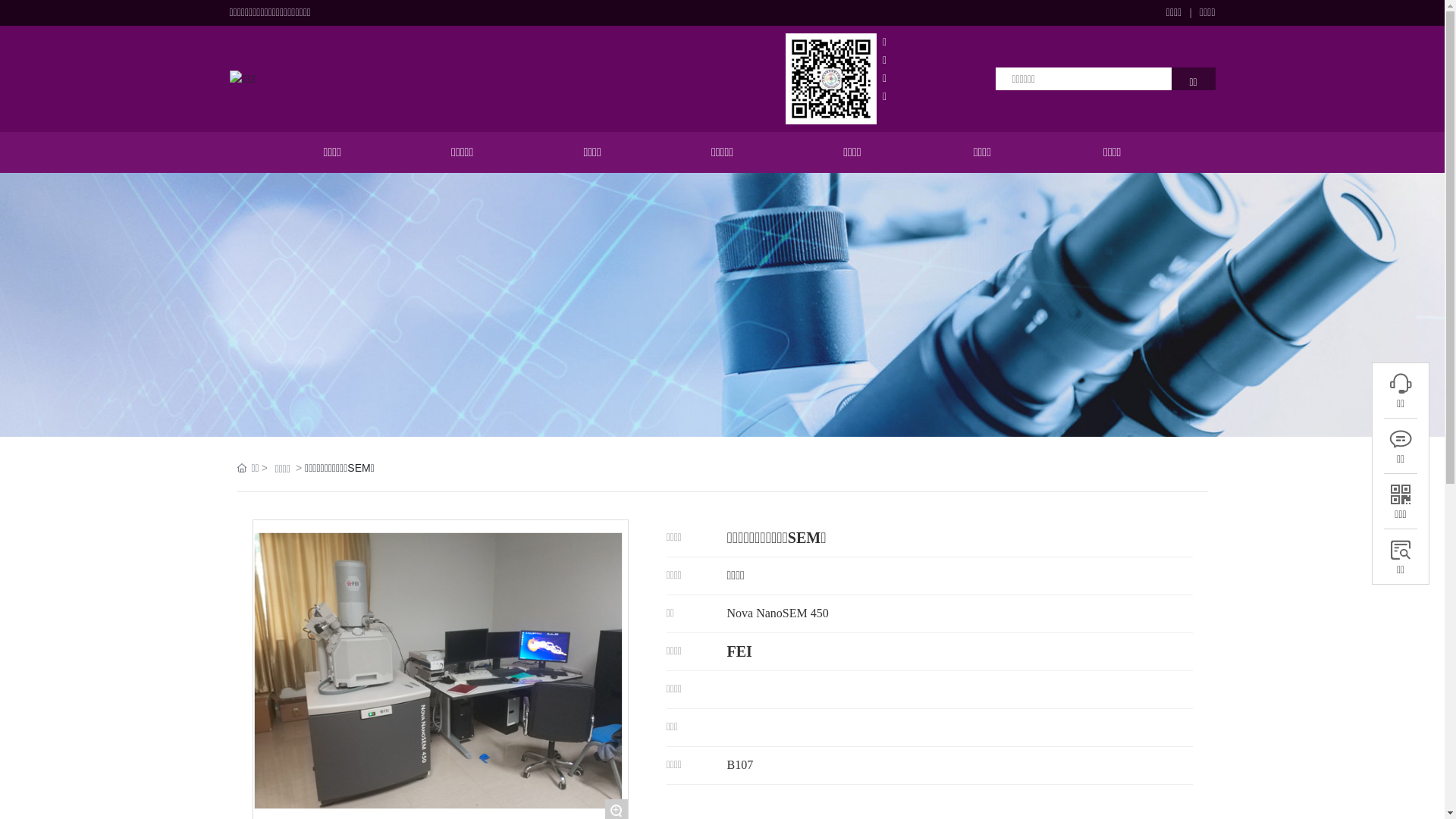  I want to click on '112', so click(1400, 382).